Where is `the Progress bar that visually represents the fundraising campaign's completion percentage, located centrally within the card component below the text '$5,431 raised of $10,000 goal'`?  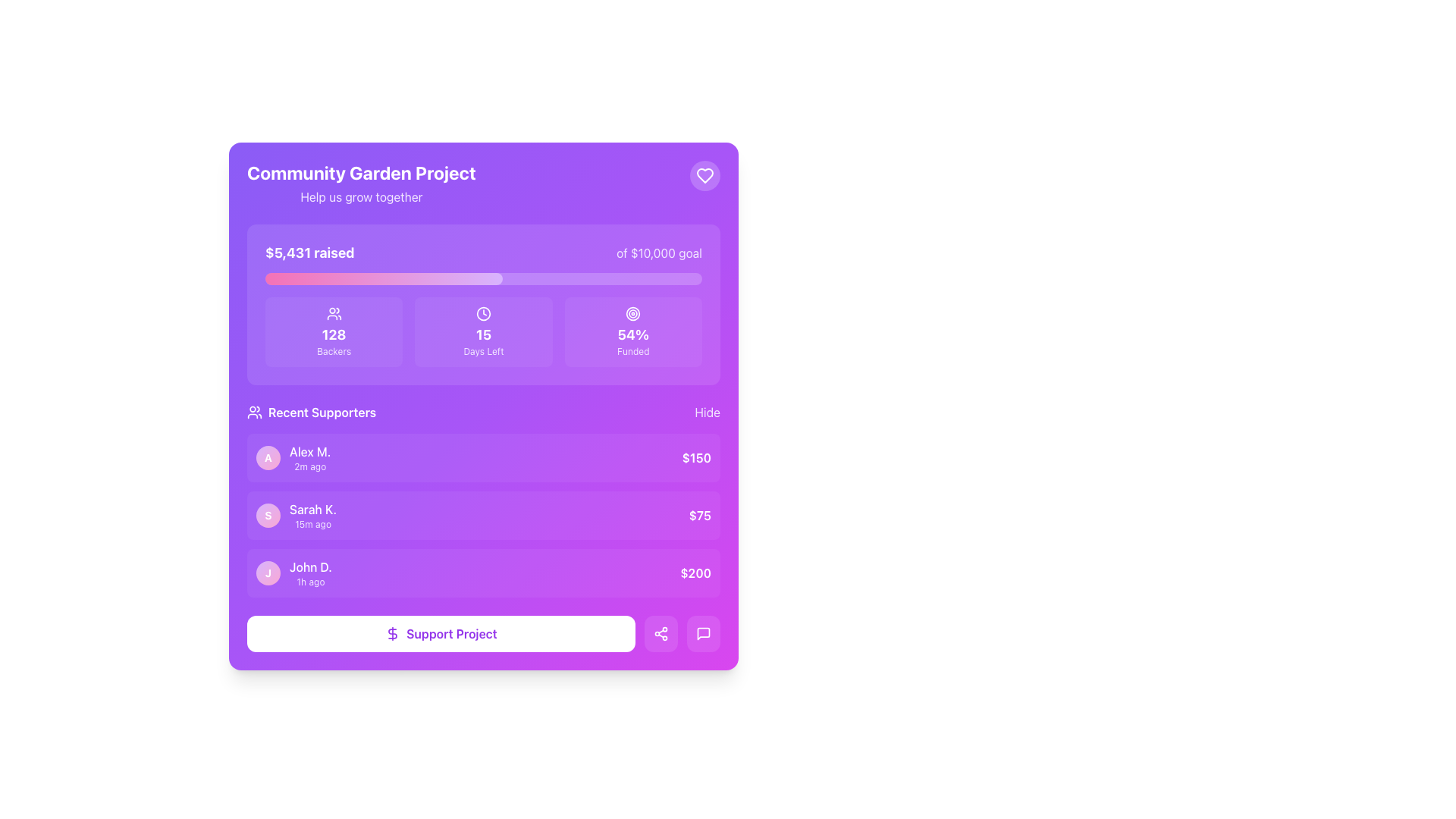 the Progress bar that visually represents the fundraising campaign's completion percentage, located centrally within the card component below the text '$5,431 raised of $10,000 goal' is located at coordinates (483, 278).